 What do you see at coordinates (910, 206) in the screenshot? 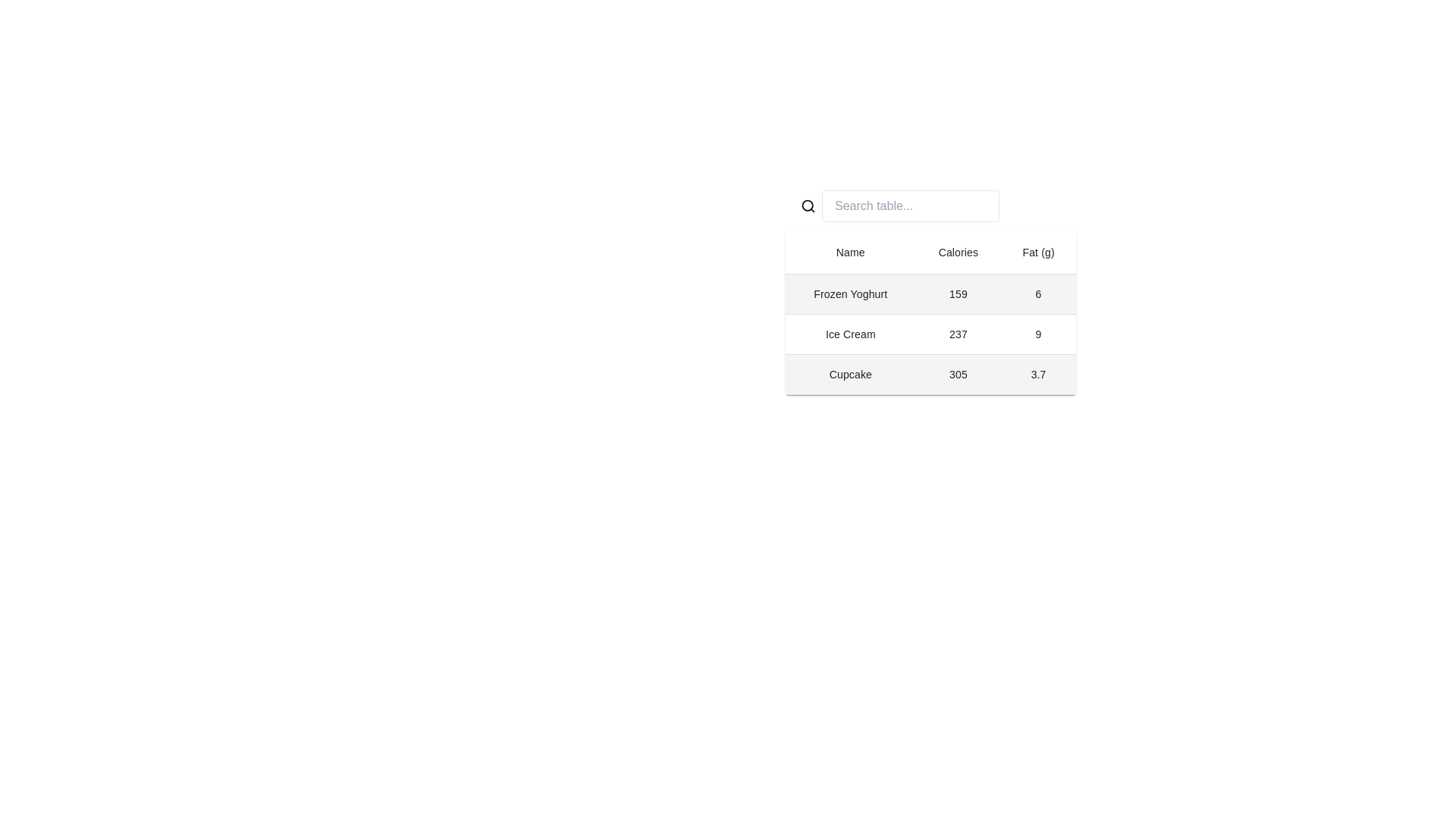
I see `the search input field located at the top of the table to focus on it` at bounding box center [910, 206].